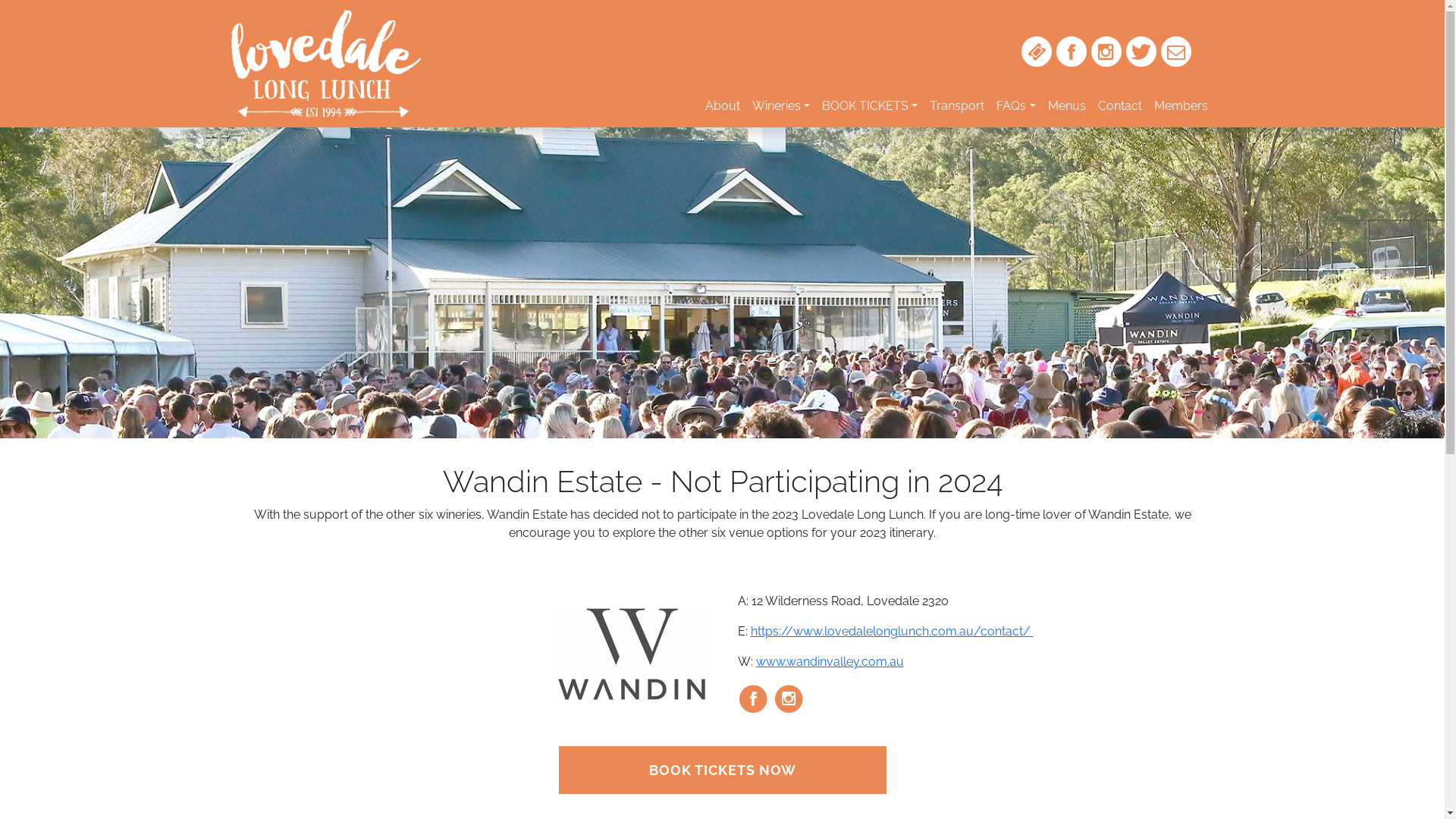  Describe the element at coordinates (956, 105) in the screenshot. I see `'Transport'` at that location.